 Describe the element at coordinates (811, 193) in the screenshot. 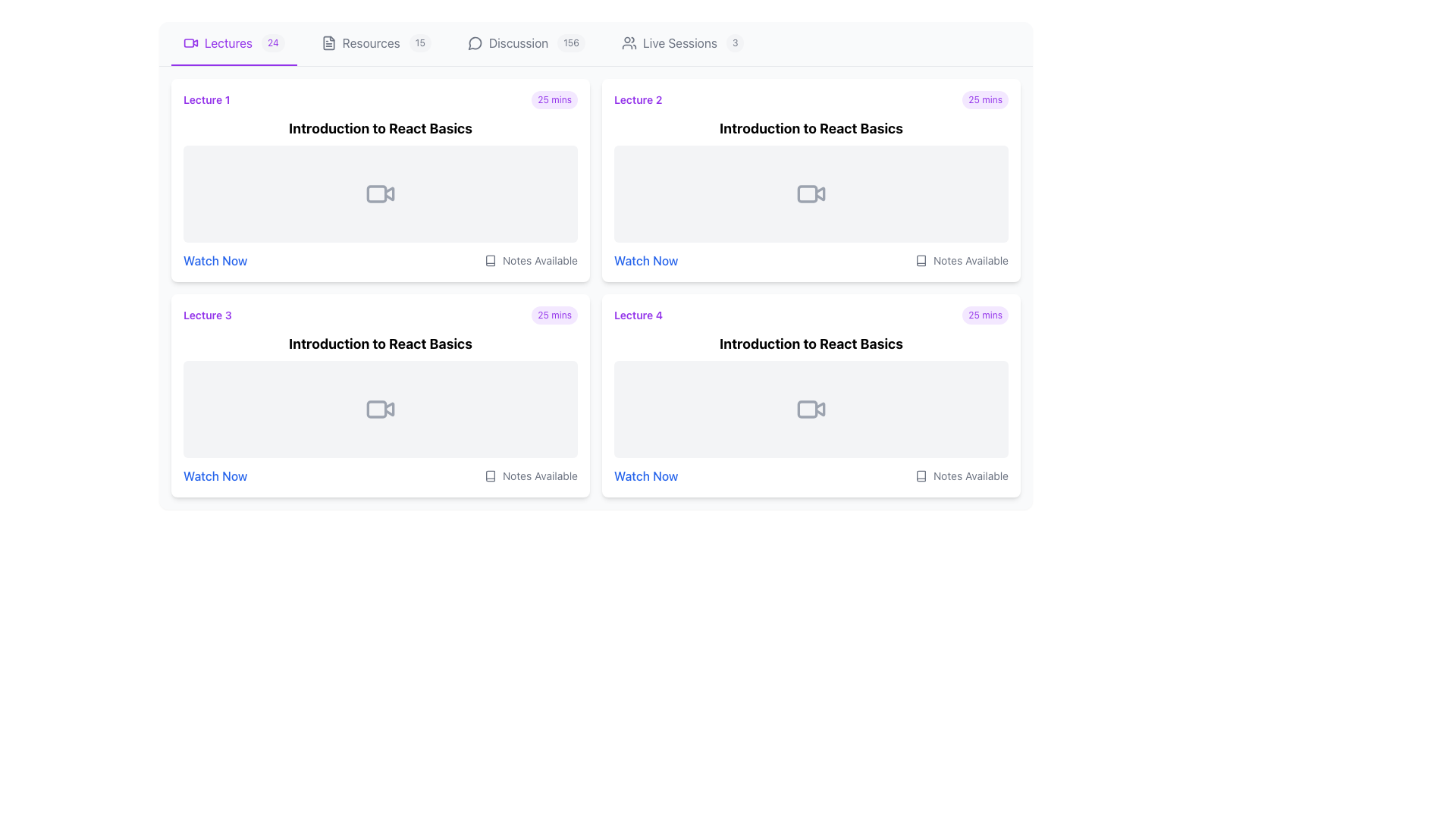

I see `the video icon located inside the second lecture's card in the top-right quadrant of the displayed grid, which represents a placeholder for a video thumbnail or play icon` at that location.